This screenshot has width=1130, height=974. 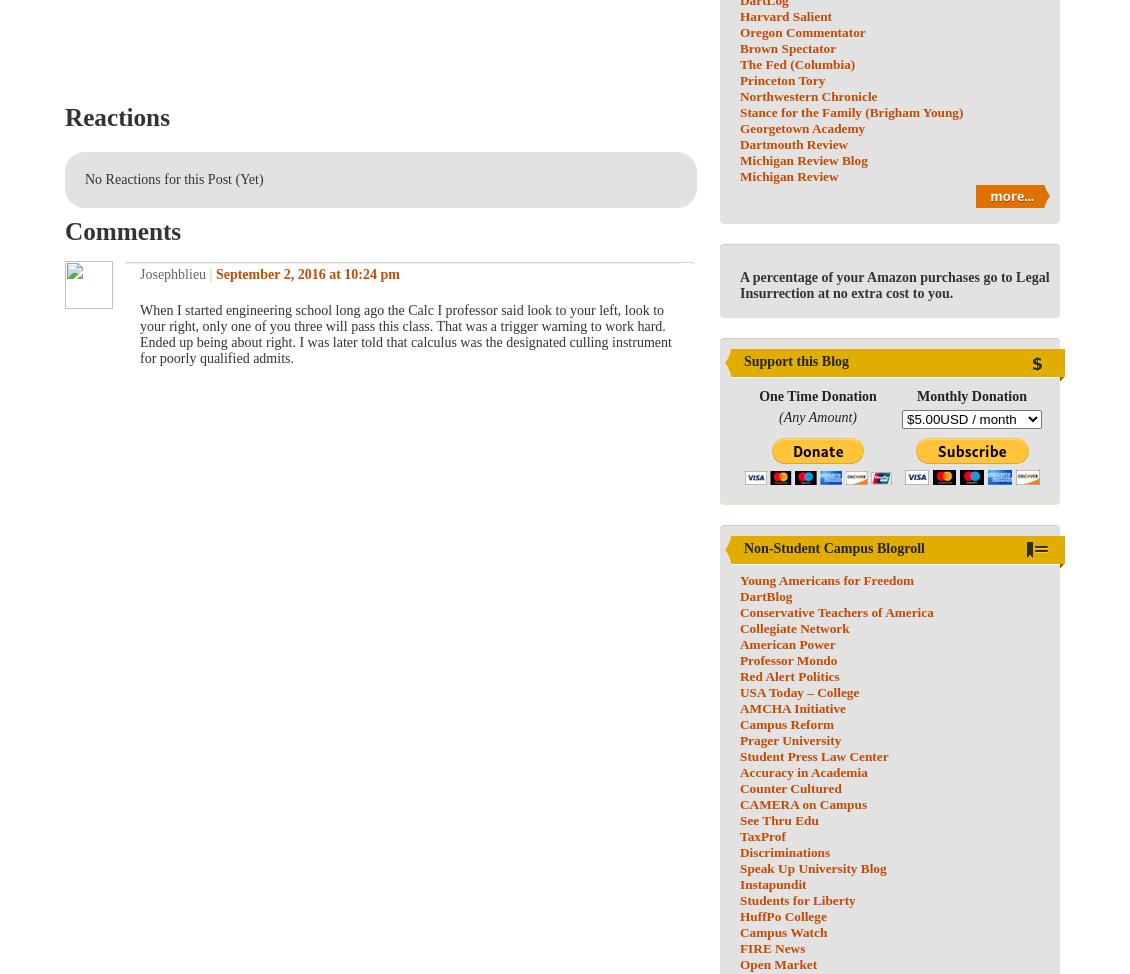 What do you see at coordinates (779, 416) in the screenshot?
I see `'(Any Amount)'` at bounding box center [779, 416].